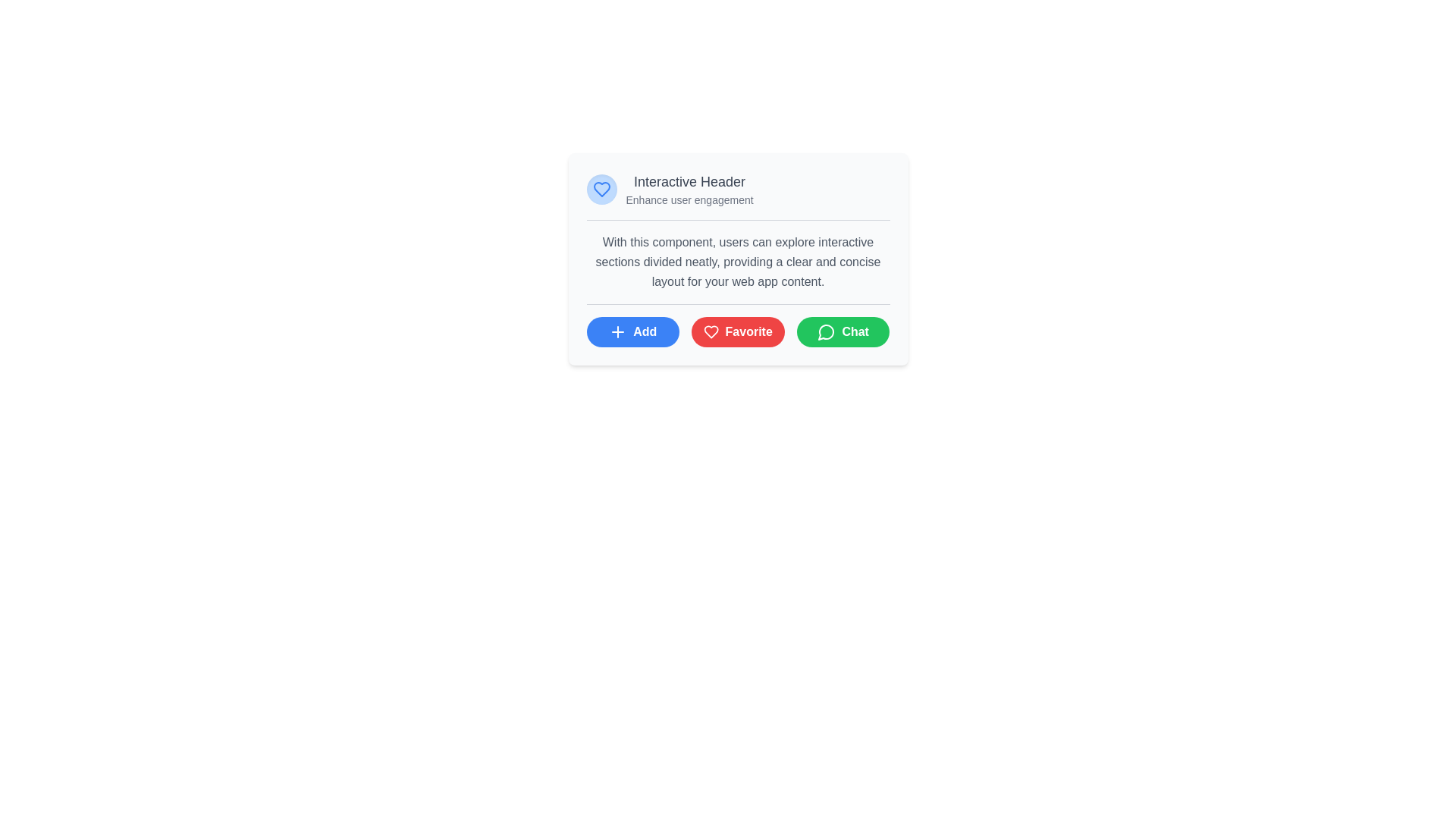 The width and height of the screenshot is (1456, 819). What do you see at coordinates (618, 331) in the screenshot?
I see `the small 'plus' icon located inside the blue 'Add' button, positioned to the left of the text 'Add'` at bounding box center [618, 331].